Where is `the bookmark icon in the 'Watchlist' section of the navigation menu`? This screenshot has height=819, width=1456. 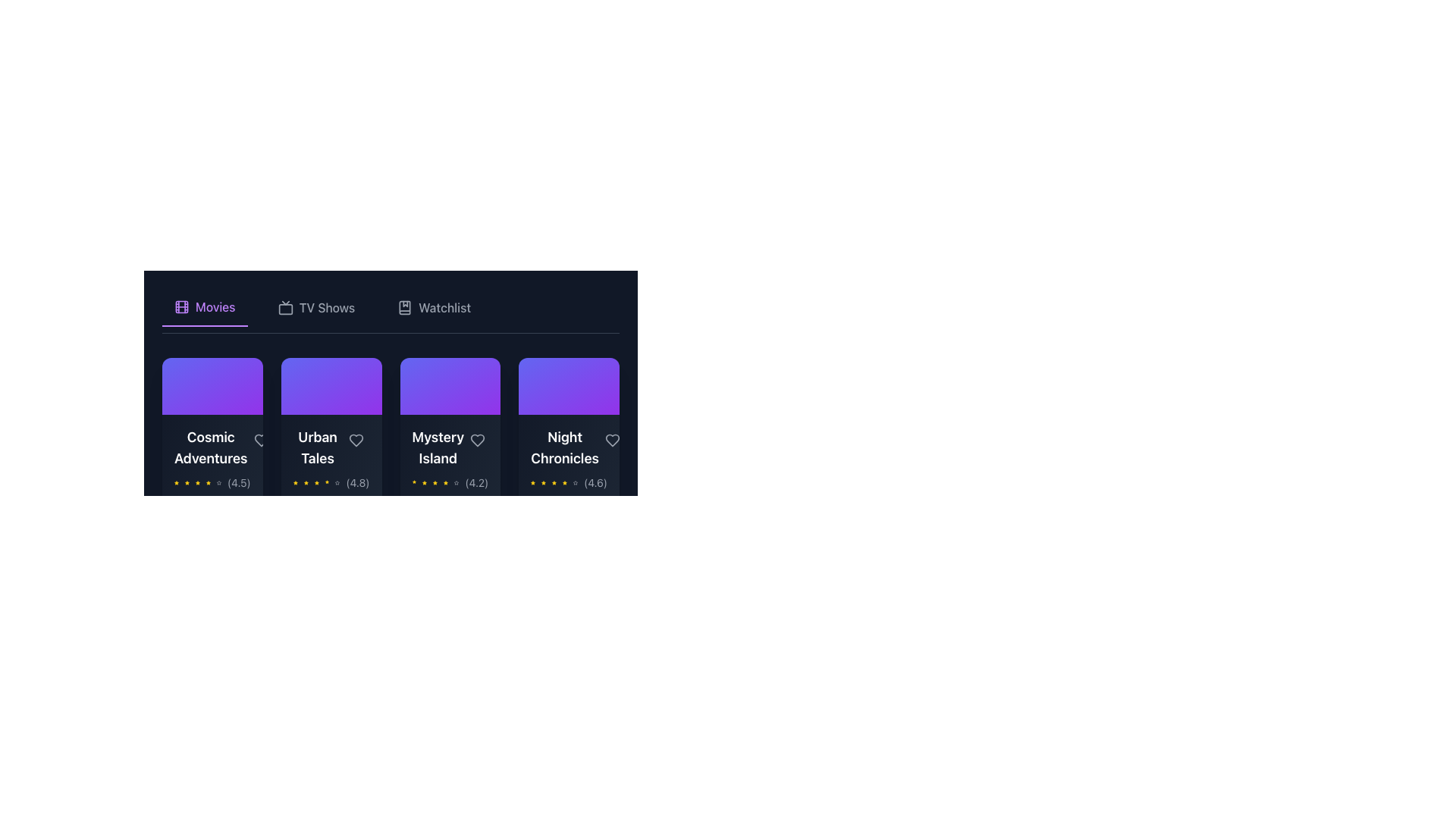 the bookmark icon in the 'Watchlist' section of the navigation menu is located at coordinates (405, 307).